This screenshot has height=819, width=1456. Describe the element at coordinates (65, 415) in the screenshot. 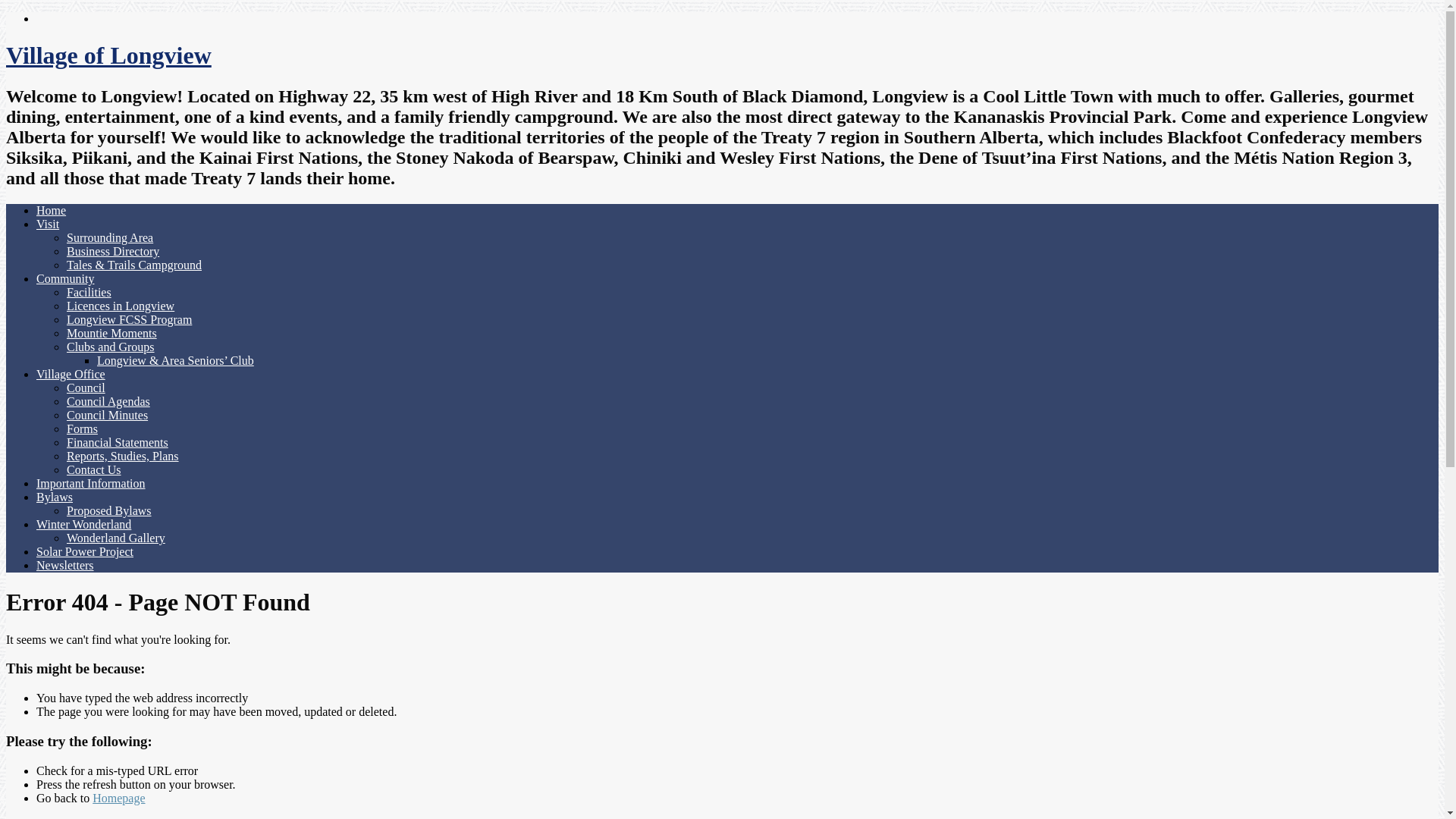

I see `'Council Minutes'` at that location.